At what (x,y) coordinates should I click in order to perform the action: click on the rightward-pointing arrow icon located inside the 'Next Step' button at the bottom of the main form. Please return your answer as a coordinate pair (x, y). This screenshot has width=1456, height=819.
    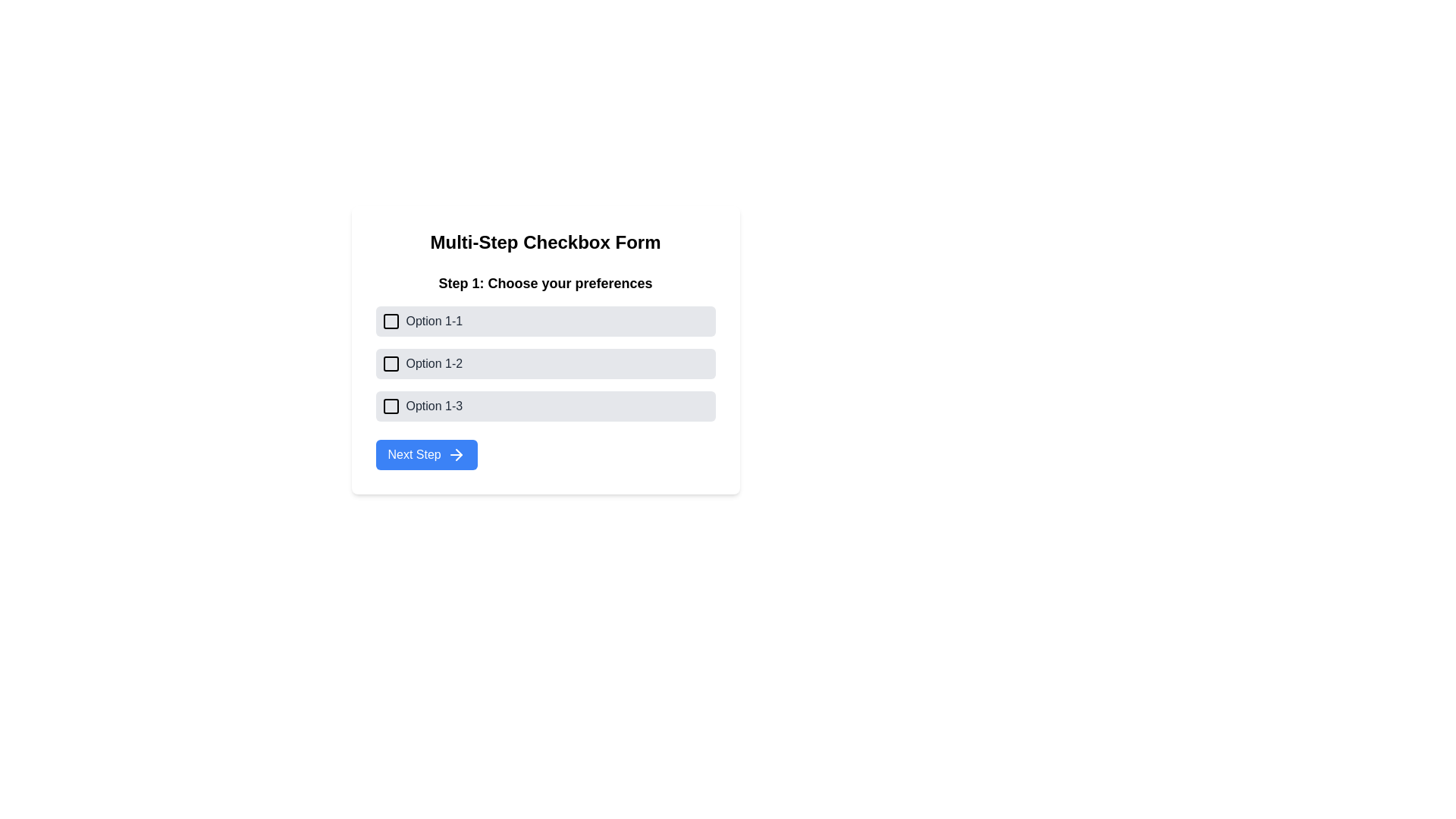
    Looking at the image, I should click on (455, 454).